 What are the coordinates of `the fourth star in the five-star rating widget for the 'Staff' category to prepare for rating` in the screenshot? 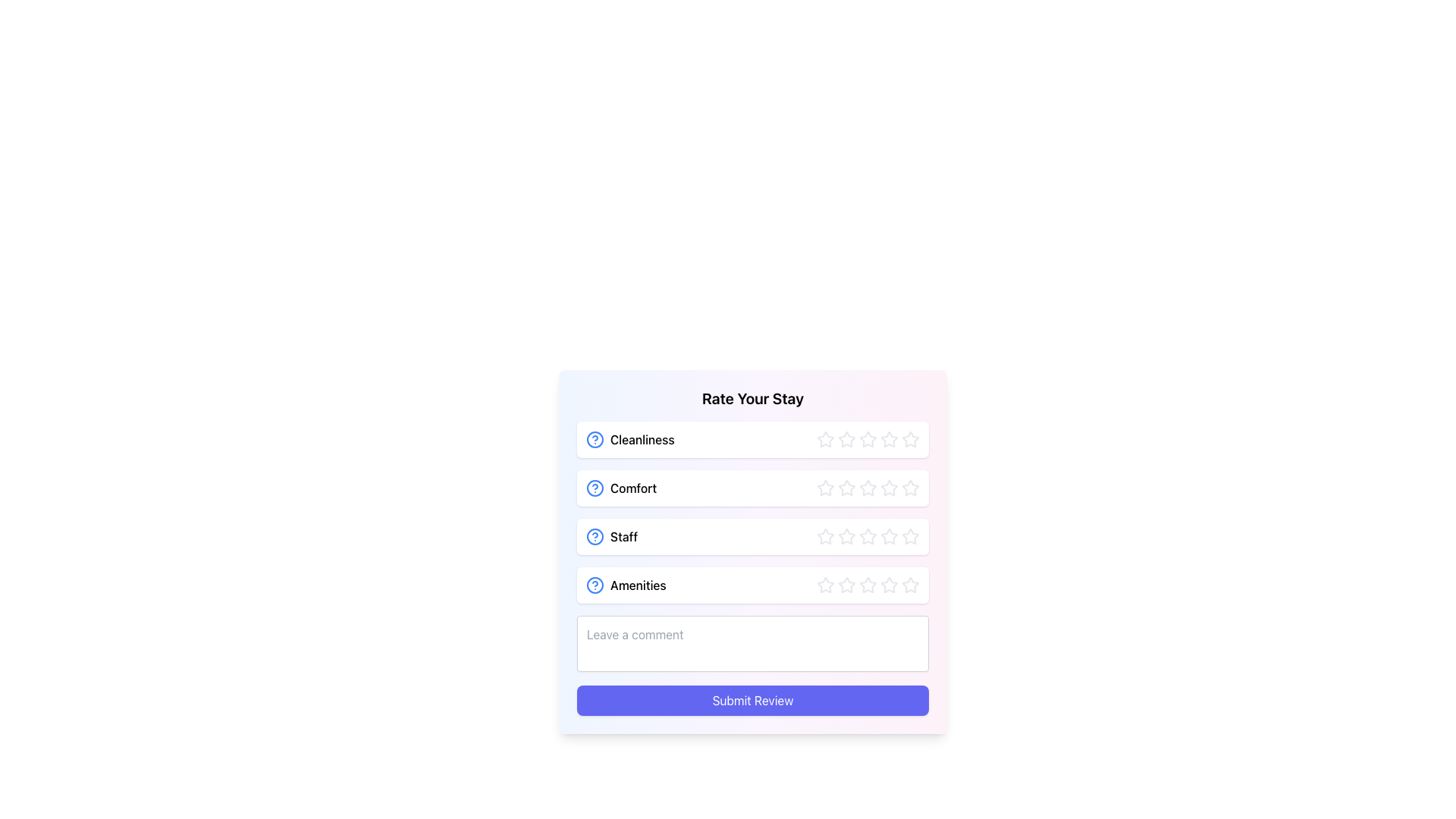 It's located at (868, 536).